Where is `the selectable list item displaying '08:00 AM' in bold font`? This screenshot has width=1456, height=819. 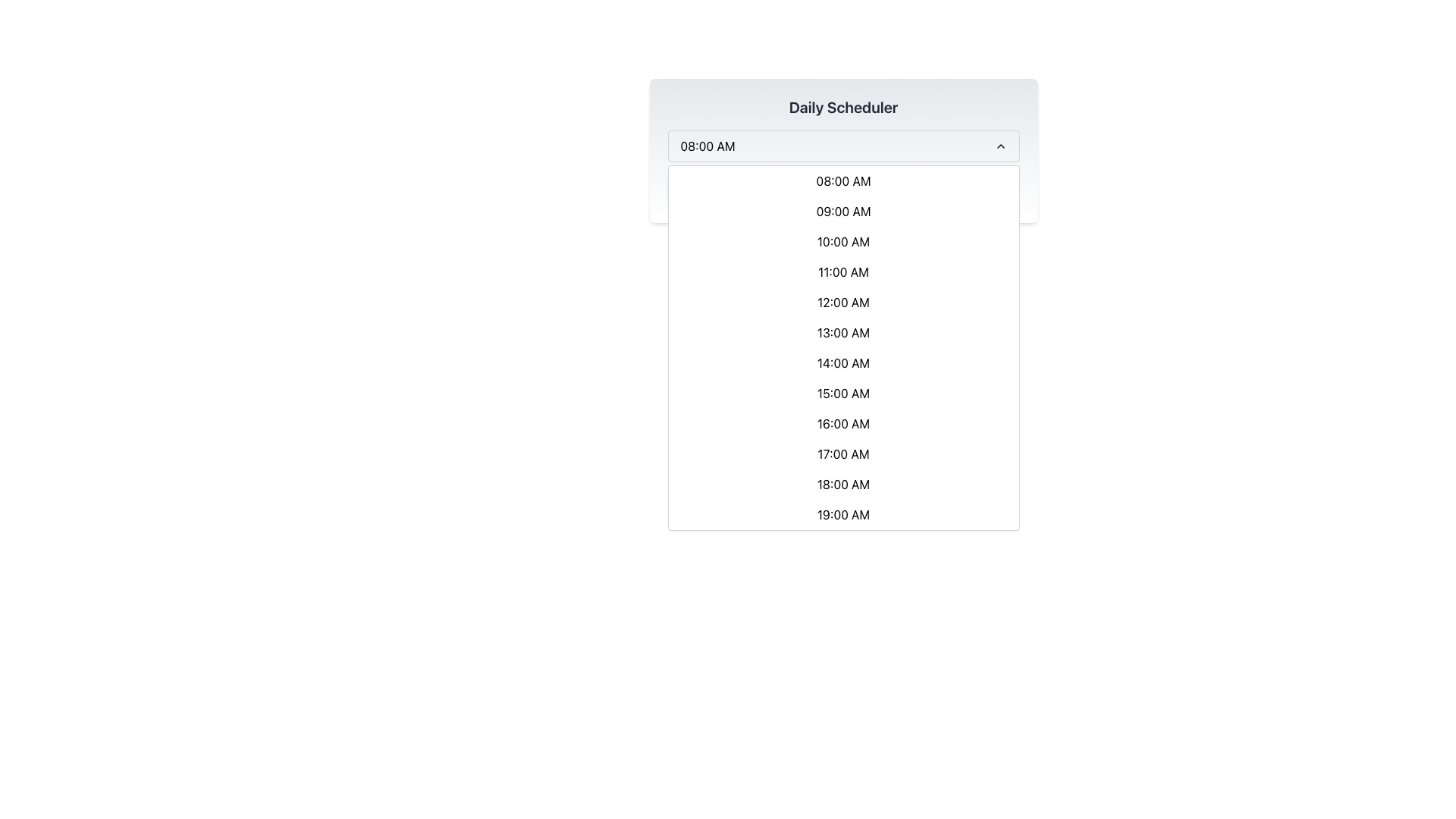 the selectable list item displaying '08:00 AM' in bold font is located at coordinates (843, 180).